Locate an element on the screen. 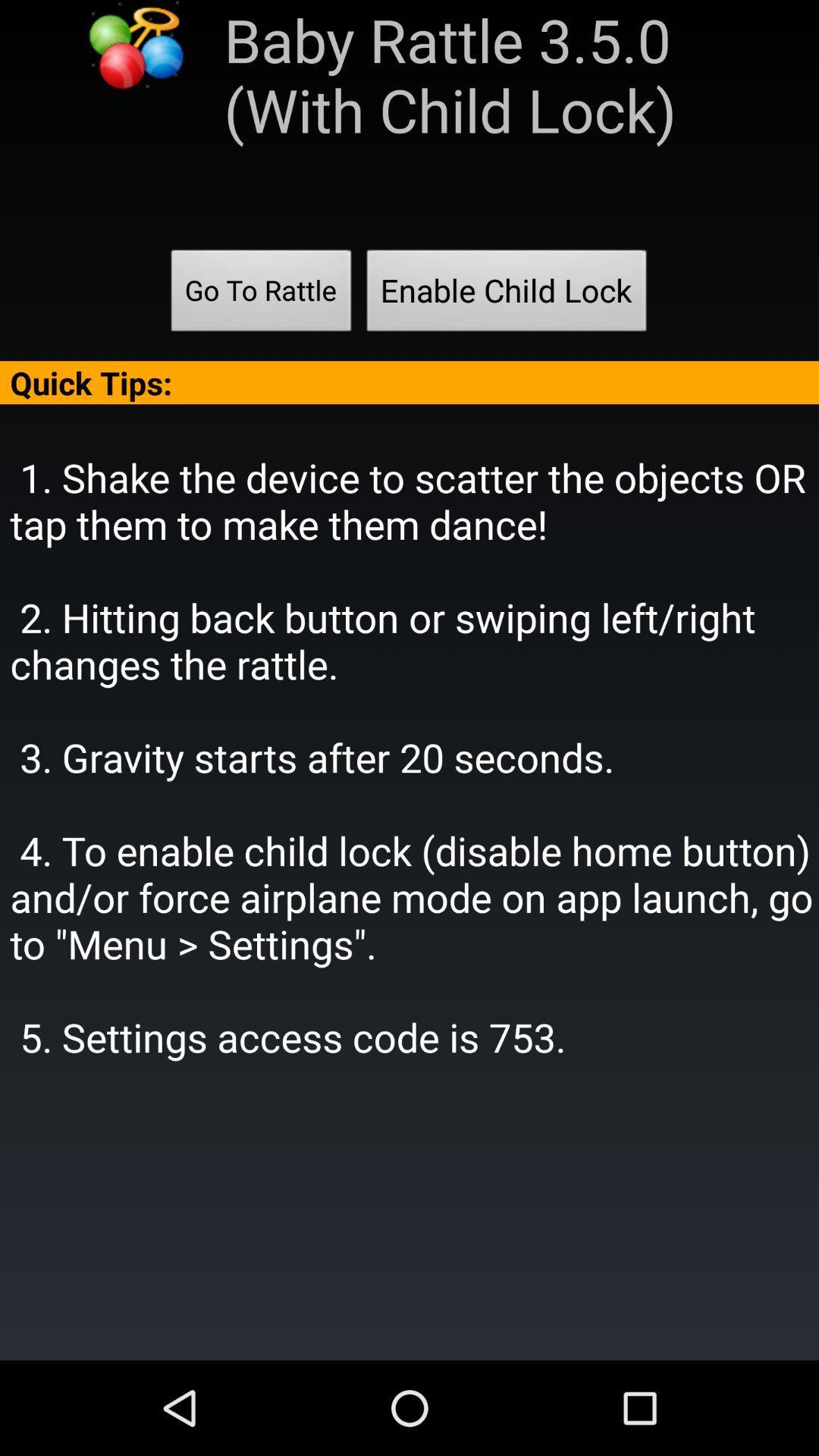 This screenshot has height=1456, width=819. the go to rattle is located at coordinates (260, 295).